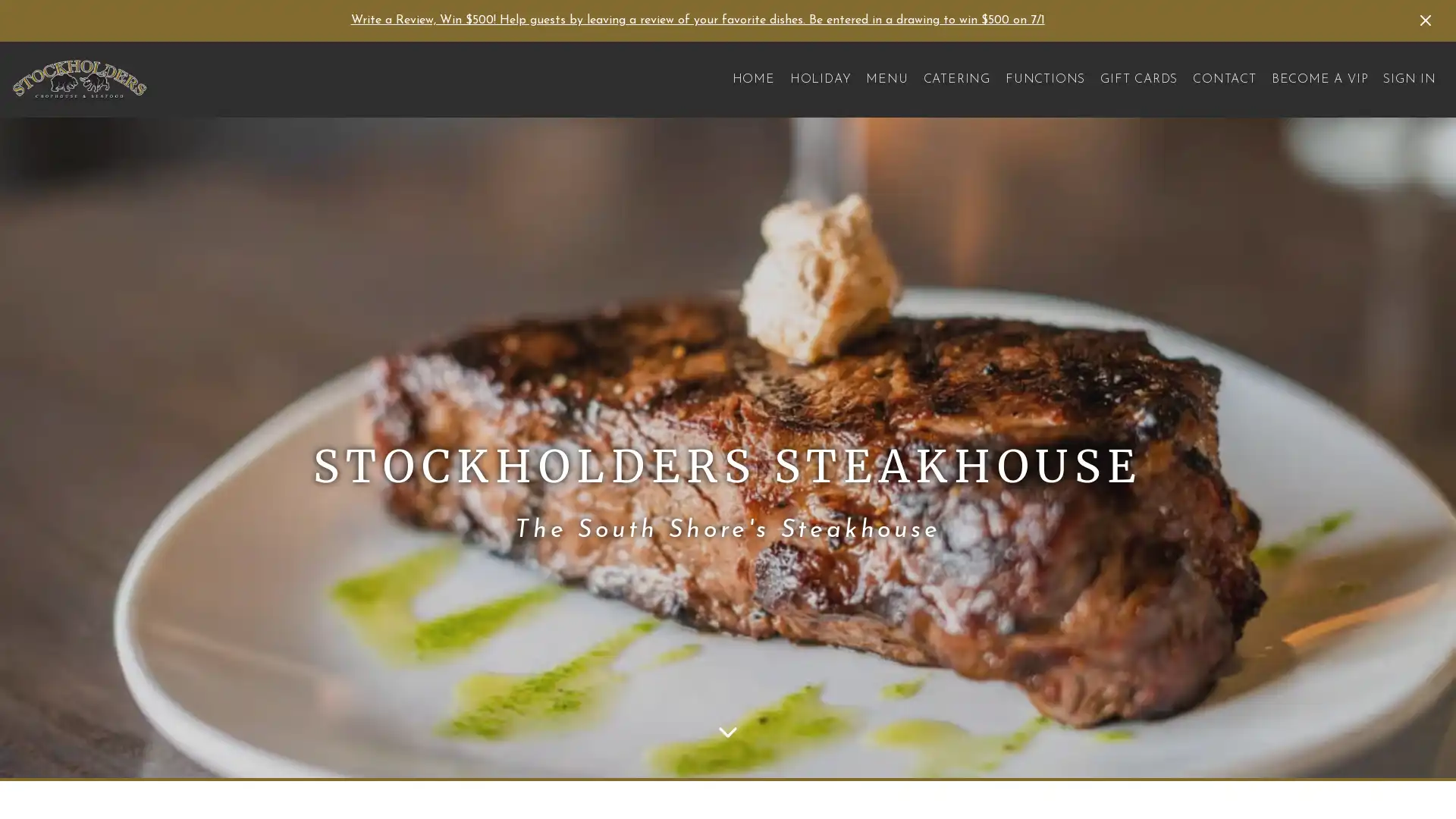 The height and width of the screenshot is (819, 1456). Describe the element at coordinates (1408, 79) in the screenshot. I see `SIGN IN` at that location.